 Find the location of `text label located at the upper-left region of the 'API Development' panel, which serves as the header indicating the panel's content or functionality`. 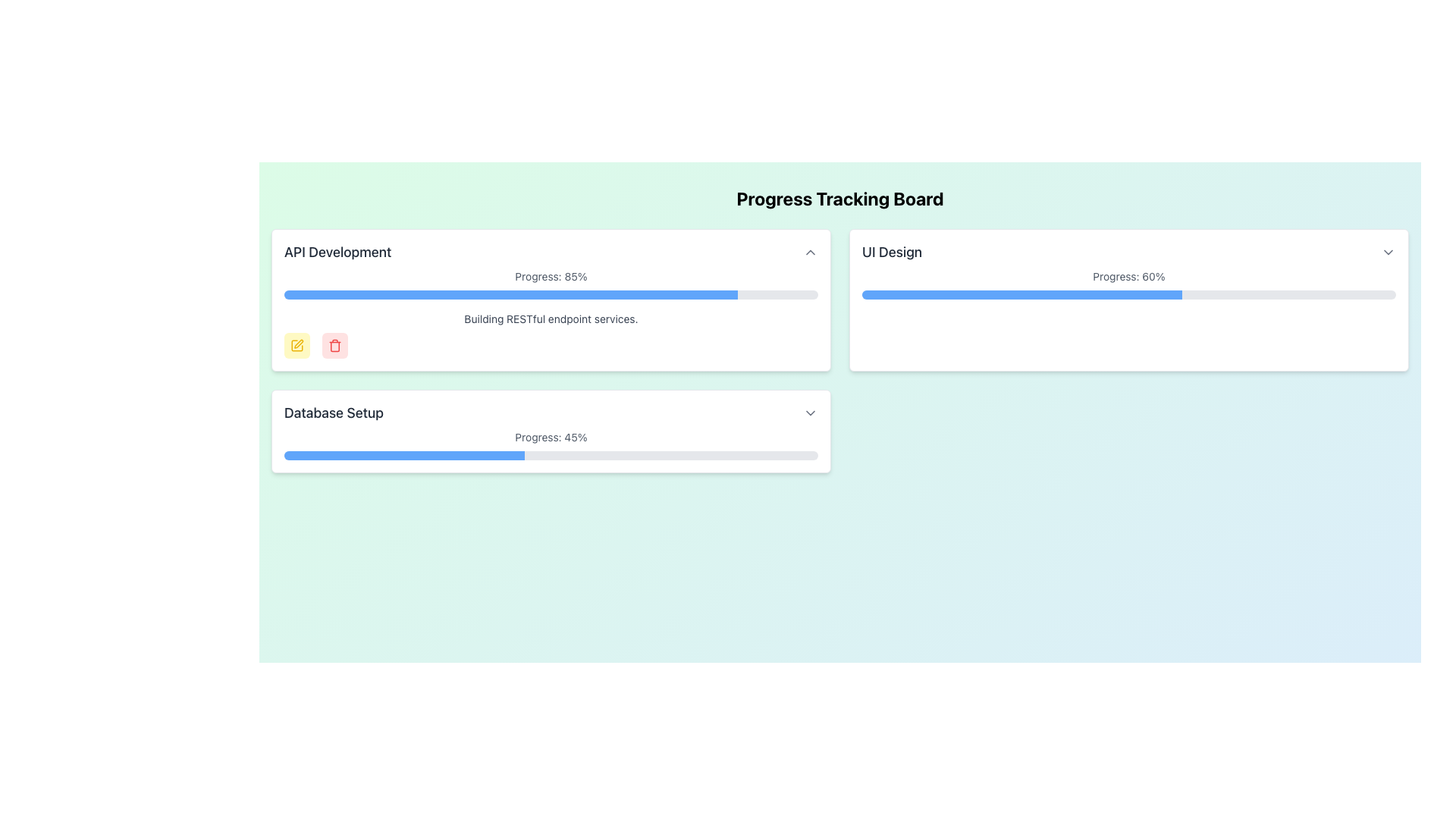

text label located at the upper-left region of the 'API Development' panel, which serves as the header indicating the panel's content or functionality is located at coordinates (337, 251).